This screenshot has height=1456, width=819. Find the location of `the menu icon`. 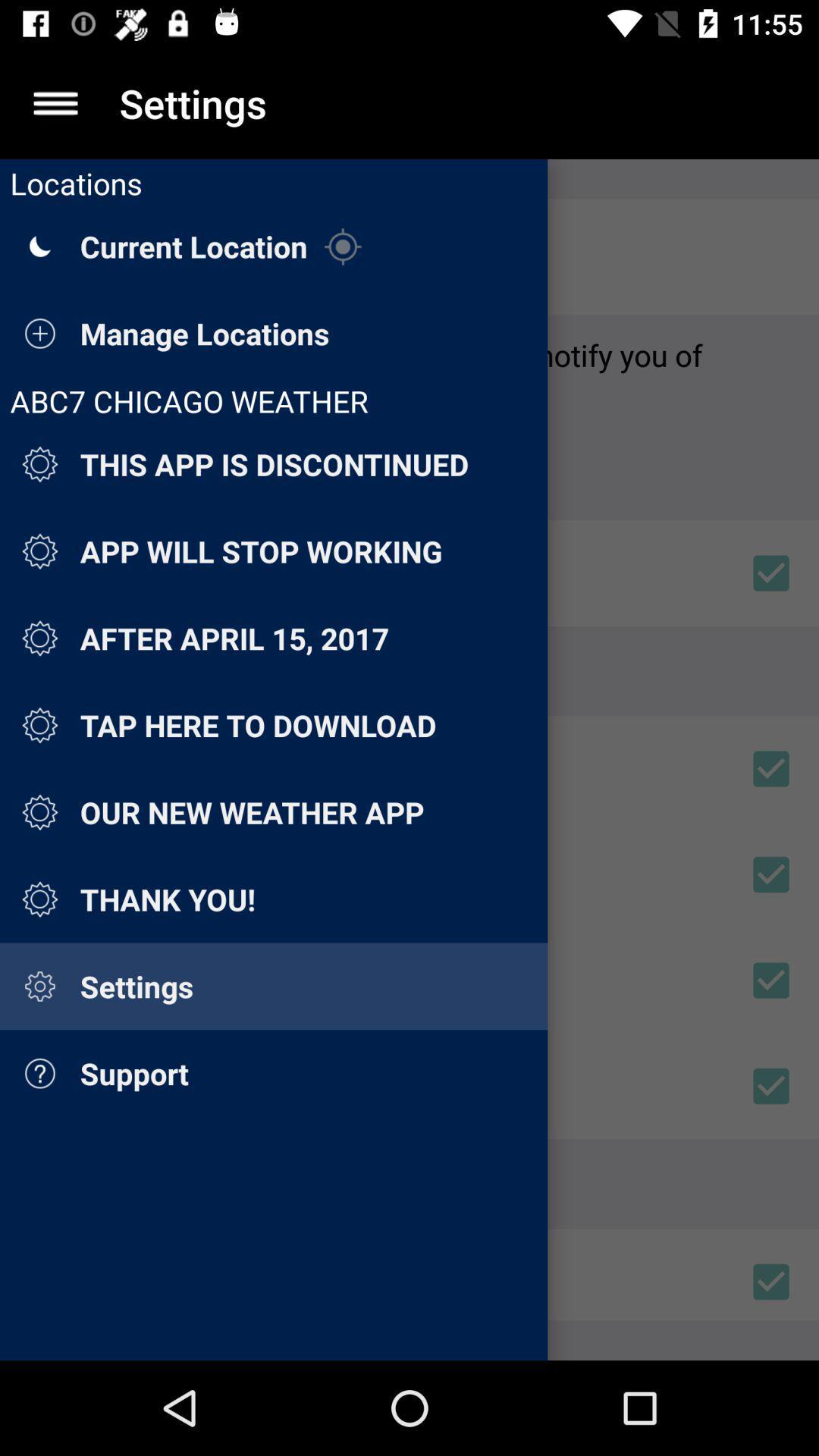

the menu icon is located at coordinates (55, 102).